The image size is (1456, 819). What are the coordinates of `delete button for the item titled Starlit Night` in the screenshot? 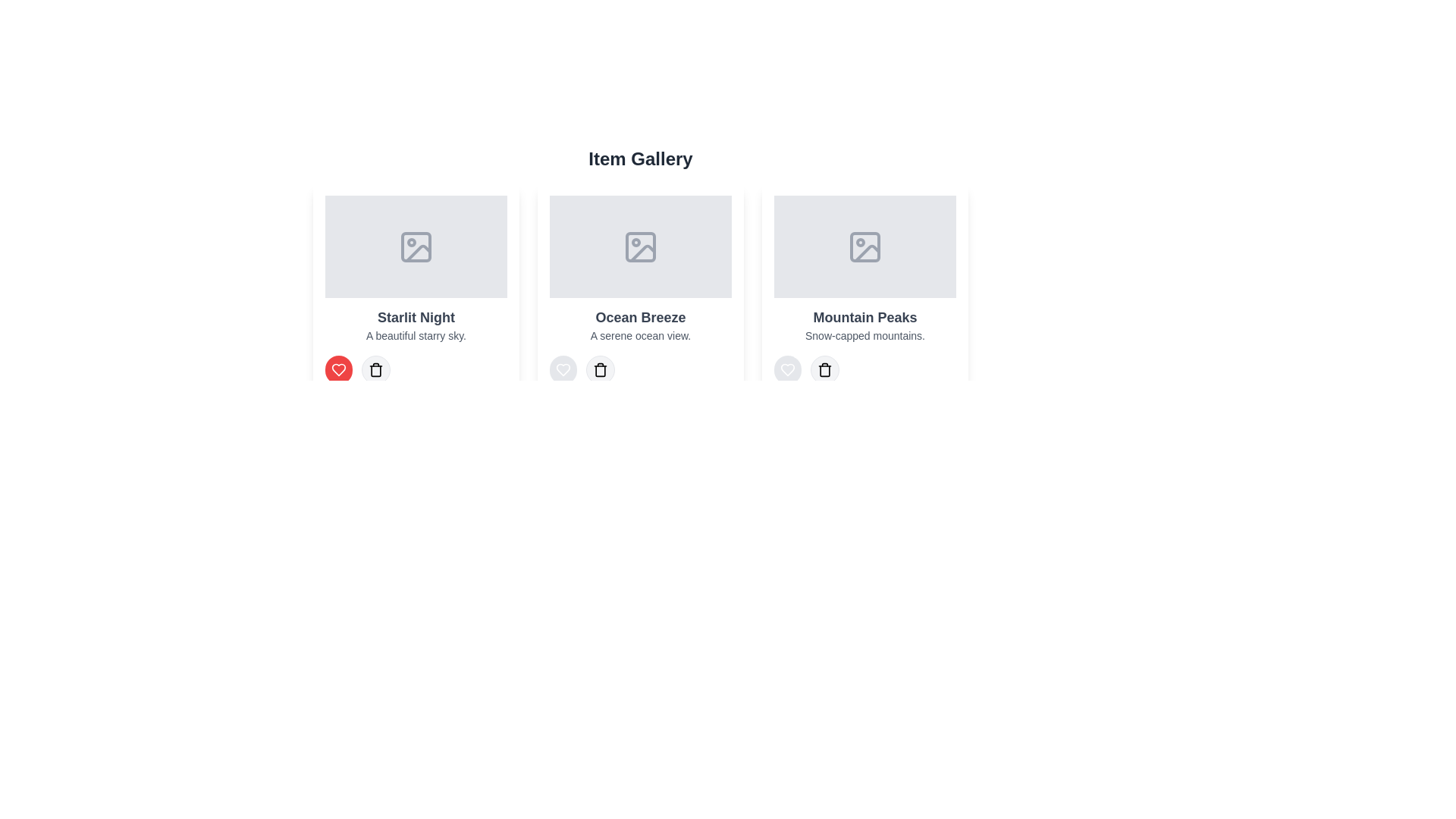 It's located at (375, 370).